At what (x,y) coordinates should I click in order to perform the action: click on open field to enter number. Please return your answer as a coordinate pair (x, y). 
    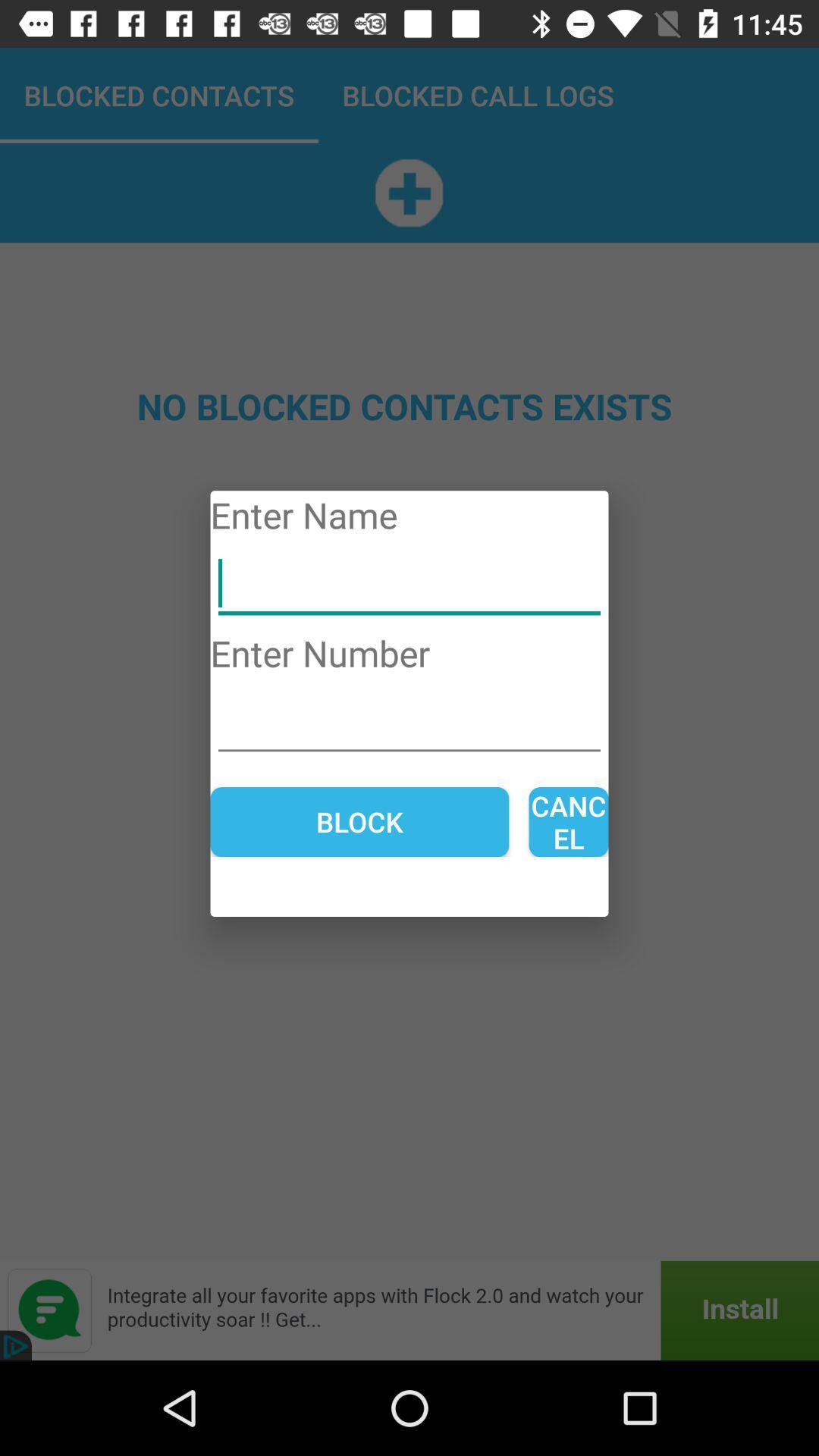
    Looking at the image, I should click on (409, 721).